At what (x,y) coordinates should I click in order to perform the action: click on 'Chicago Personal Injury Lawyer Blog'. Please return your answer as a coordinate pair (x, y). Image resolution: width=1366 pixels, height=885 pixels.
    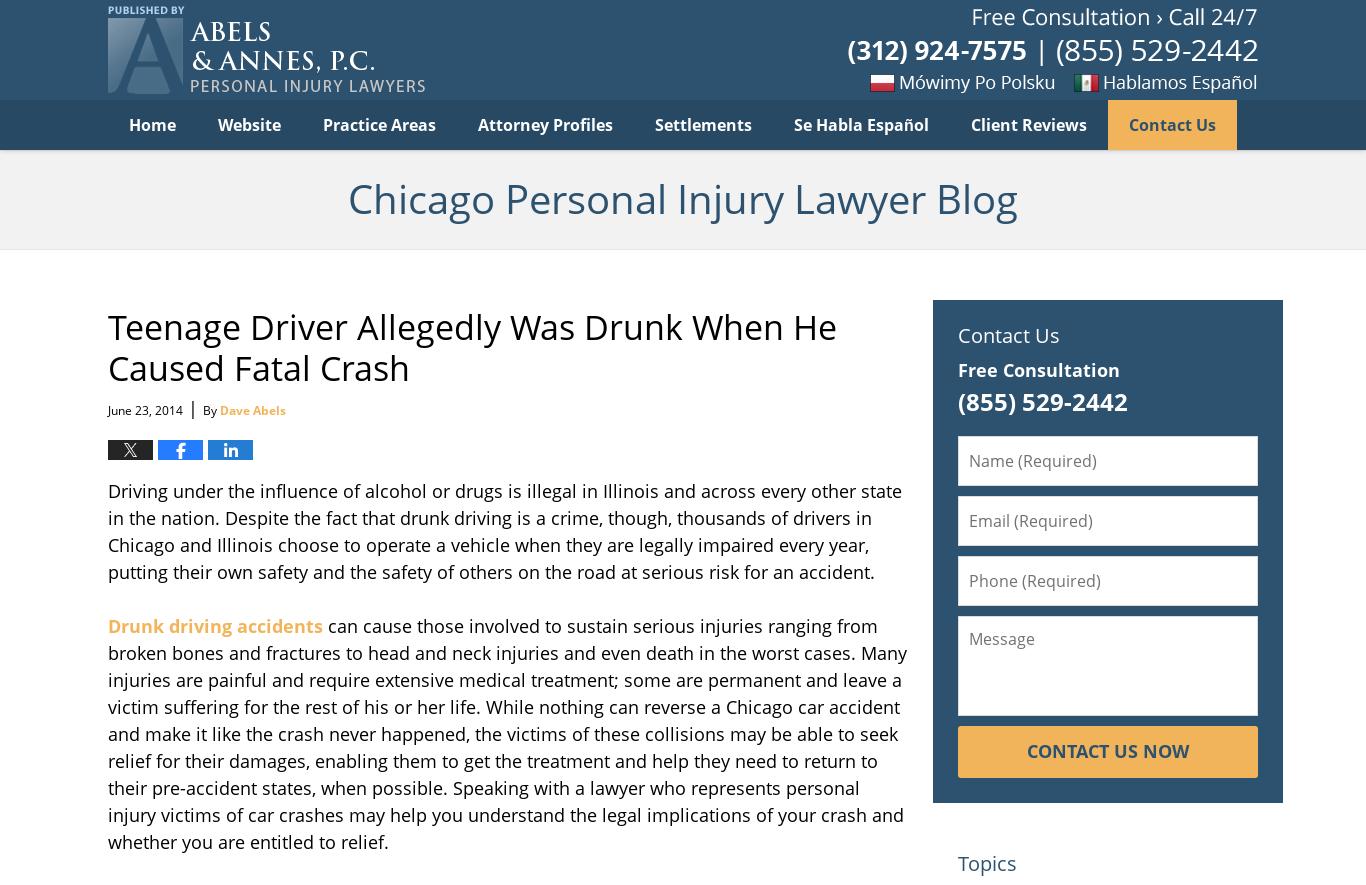
    Looking at the image, I should click on (683, 198).